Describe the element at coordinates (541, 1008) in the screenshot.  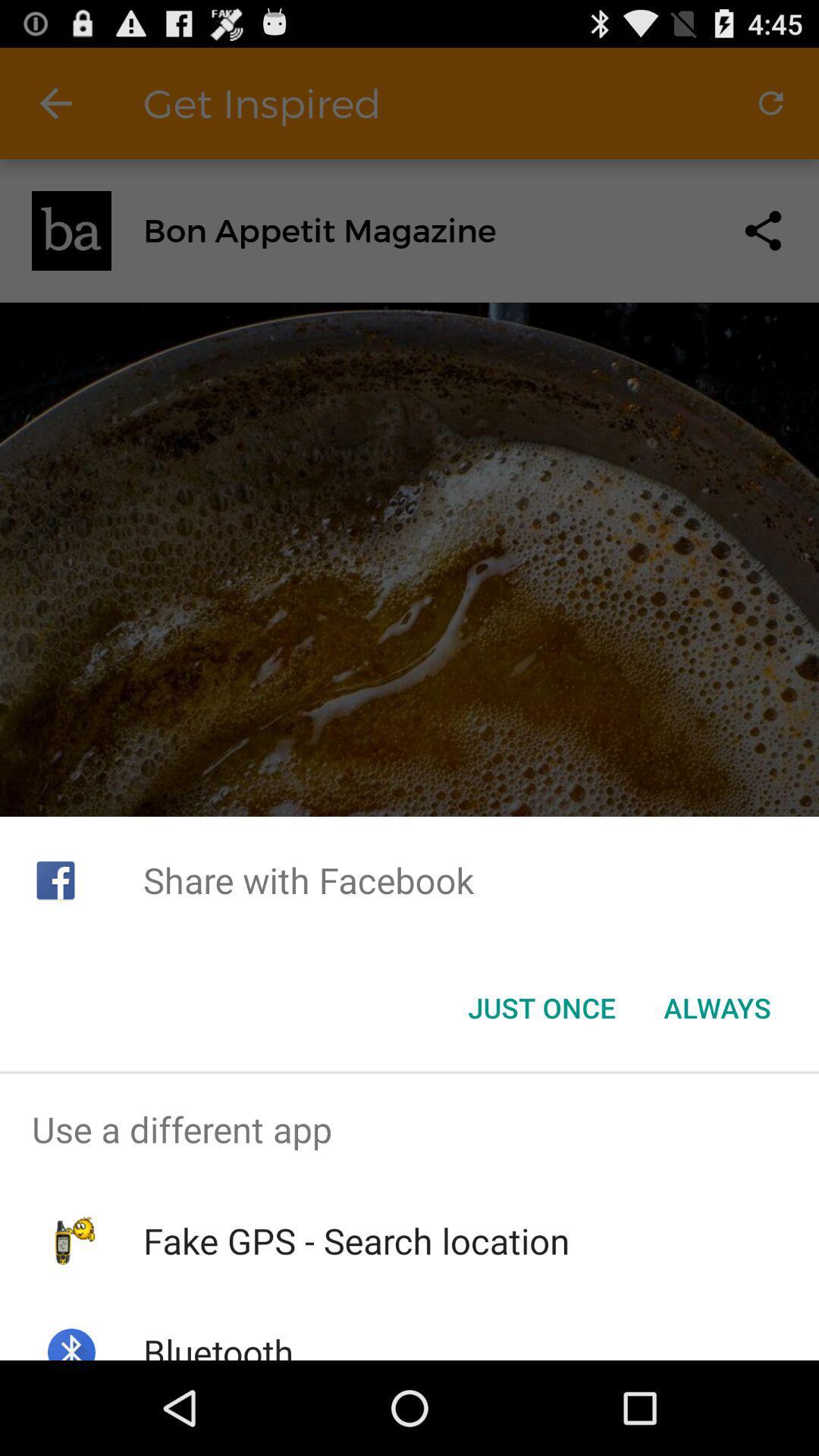
I see `the icon below the share with facebook app` at that location.